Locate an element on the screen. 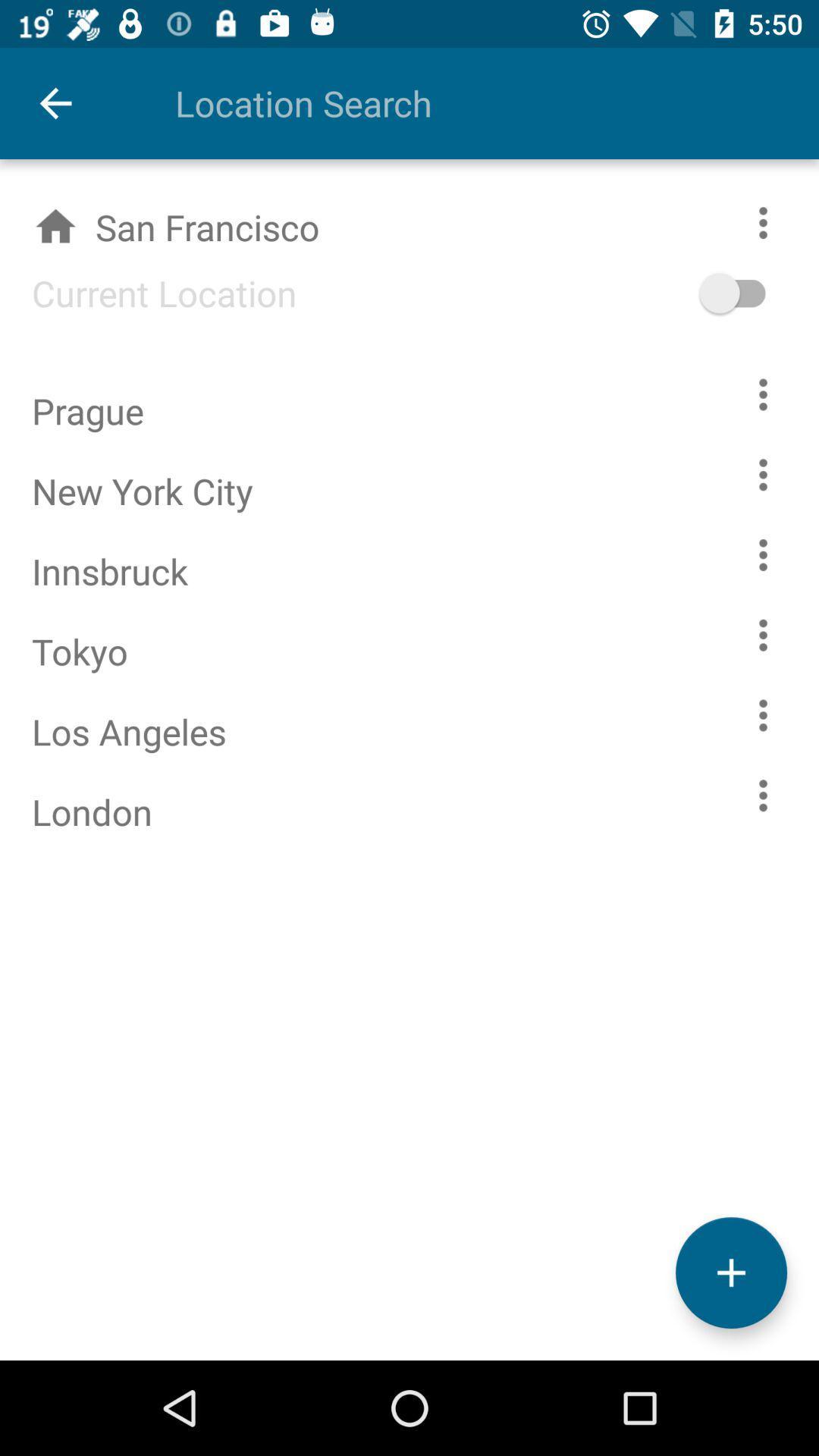 The height and width of the screenshot is (1456, 819). show location options is located at coordinates (763, 394).